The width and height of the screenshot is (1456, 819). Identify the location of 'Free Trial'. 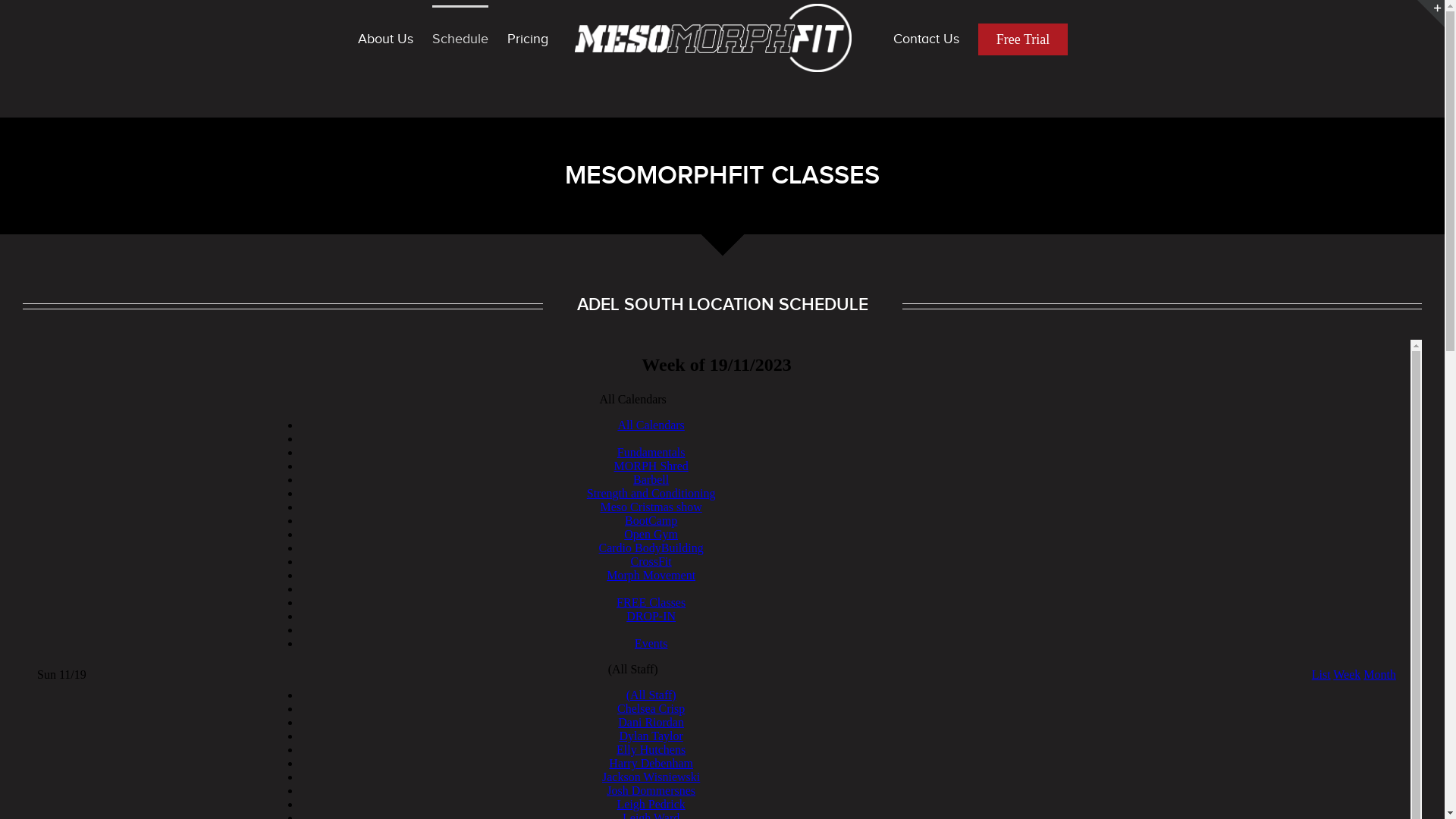
(1023, 37).